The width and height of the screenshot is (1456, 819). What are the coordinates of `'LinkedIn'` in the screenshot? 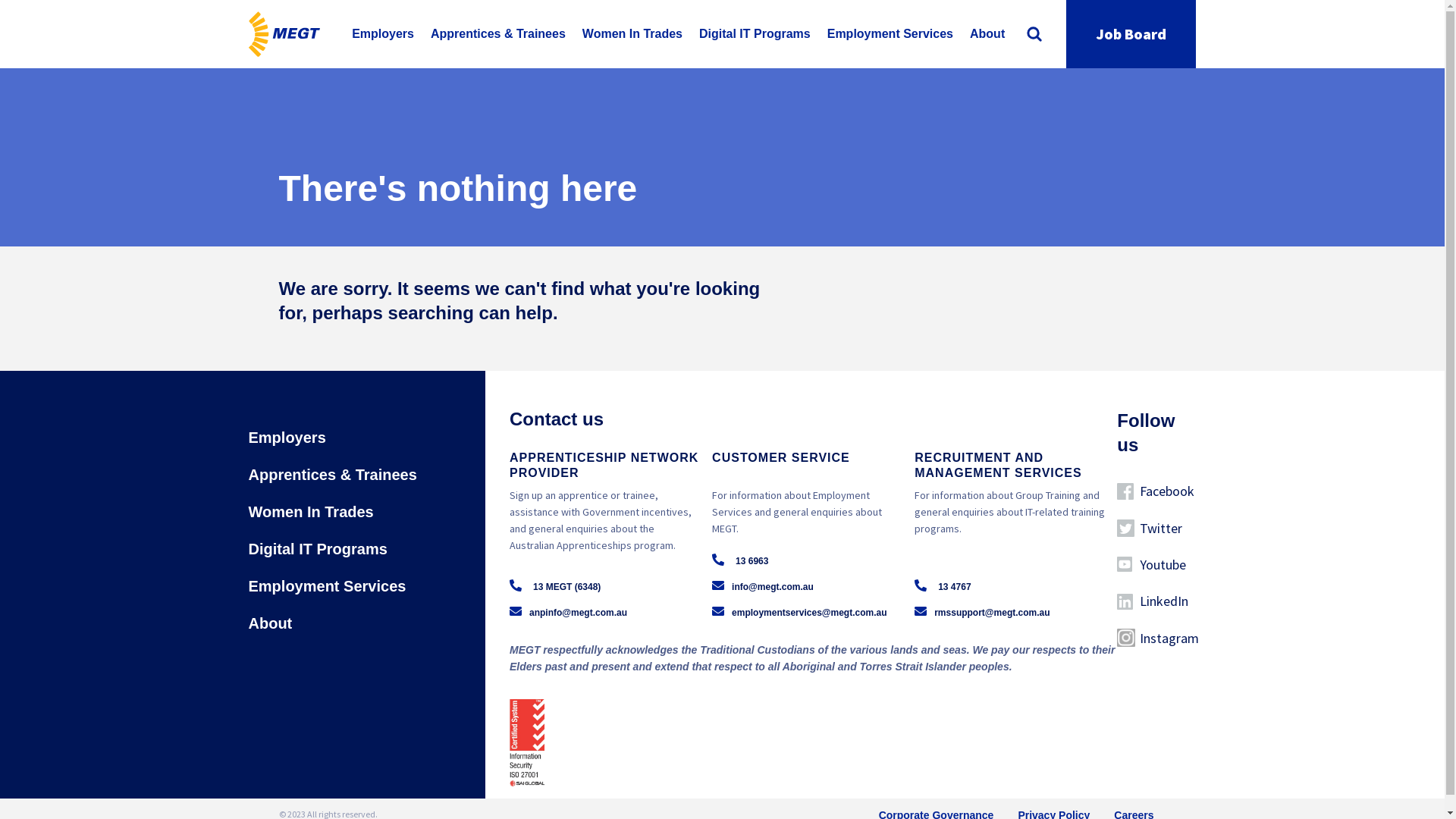 It's located at (1117, 601).